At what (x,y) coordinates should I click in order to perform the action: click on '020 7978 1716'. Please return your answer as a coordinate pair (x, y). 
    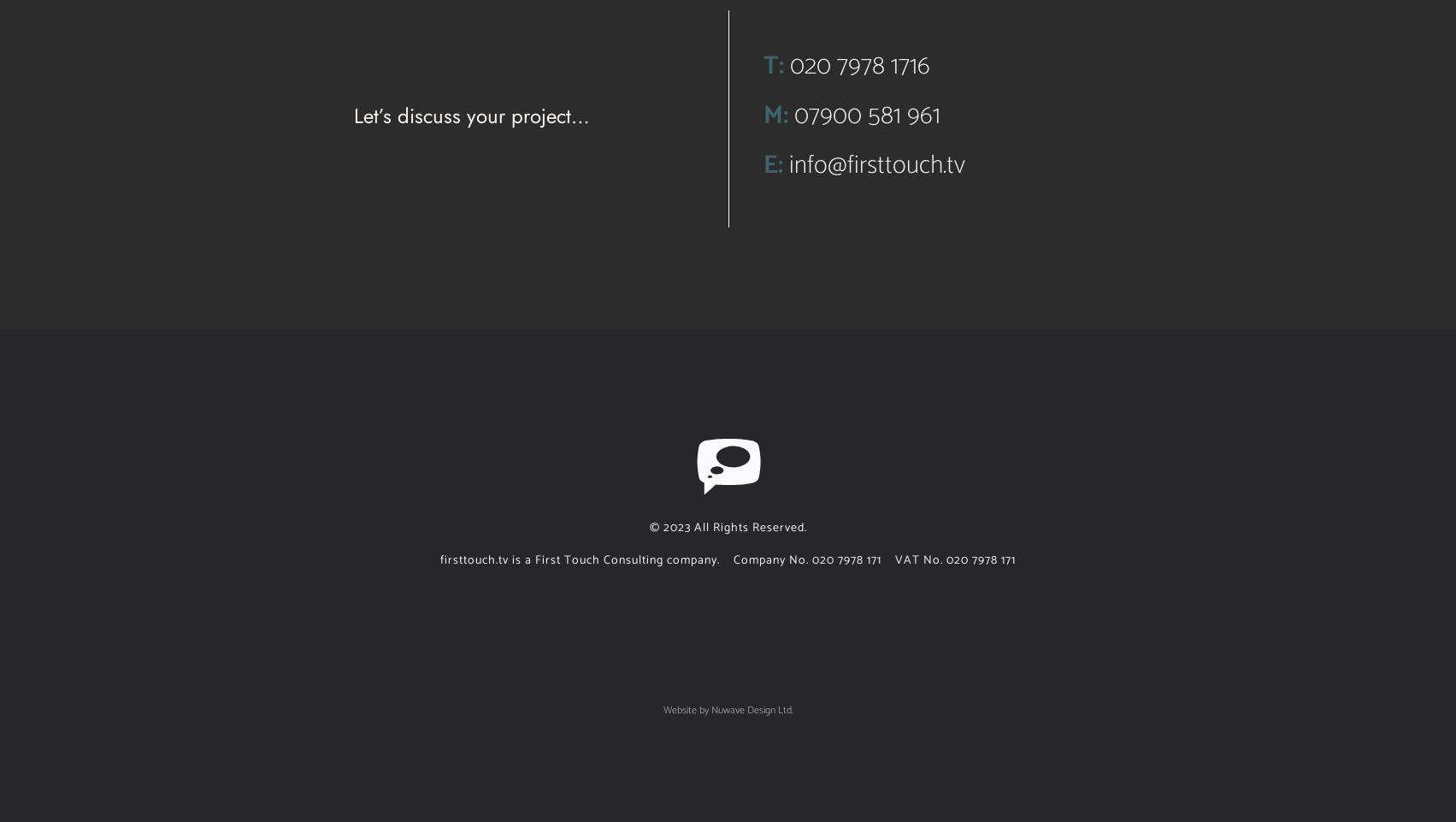
    Looking at the image, I should click on (858, 66).